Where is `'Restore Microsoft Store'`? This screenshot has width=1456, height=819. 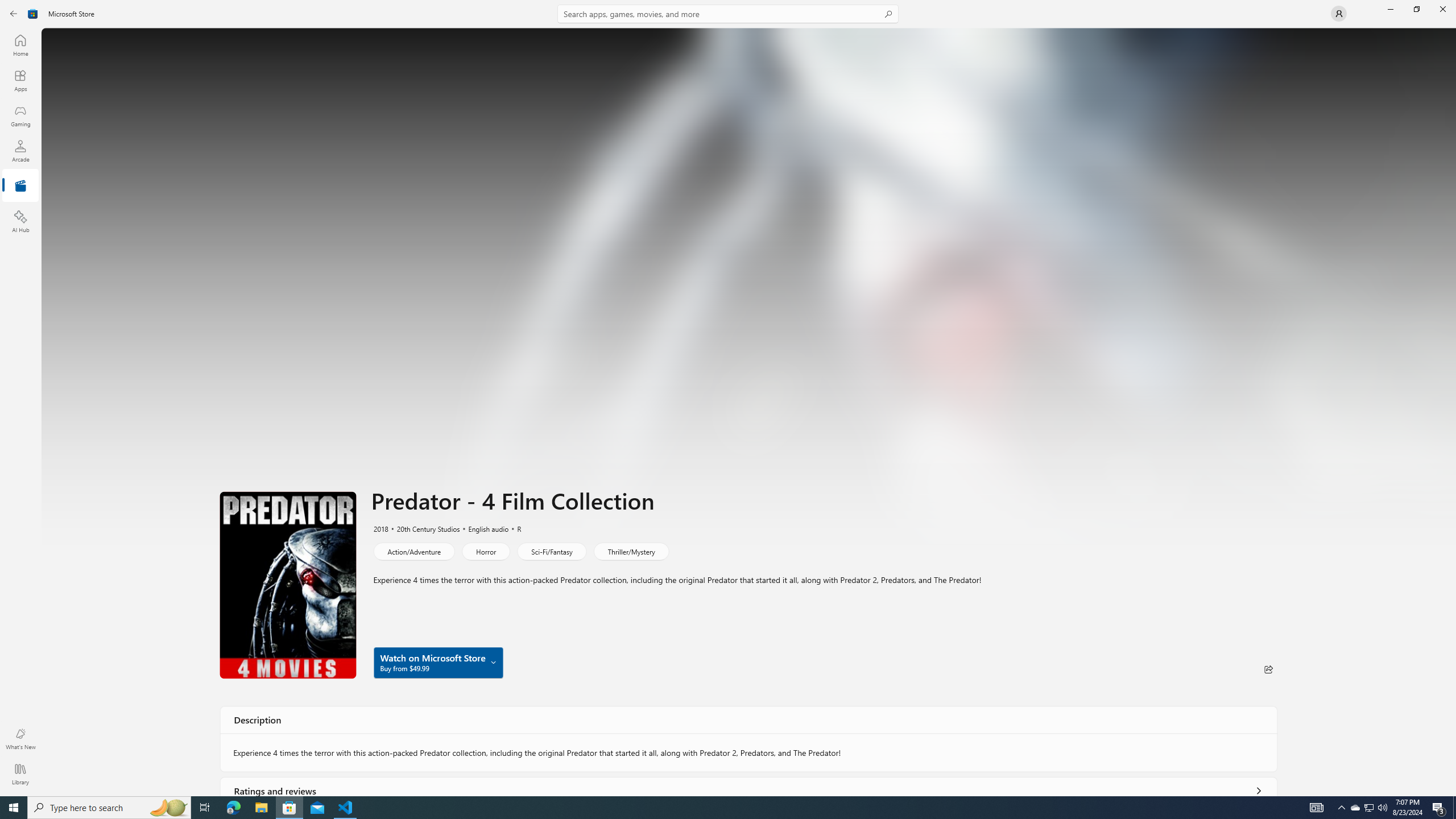
'Restore Microsoft Store' is located at coordinates (1416, 9).